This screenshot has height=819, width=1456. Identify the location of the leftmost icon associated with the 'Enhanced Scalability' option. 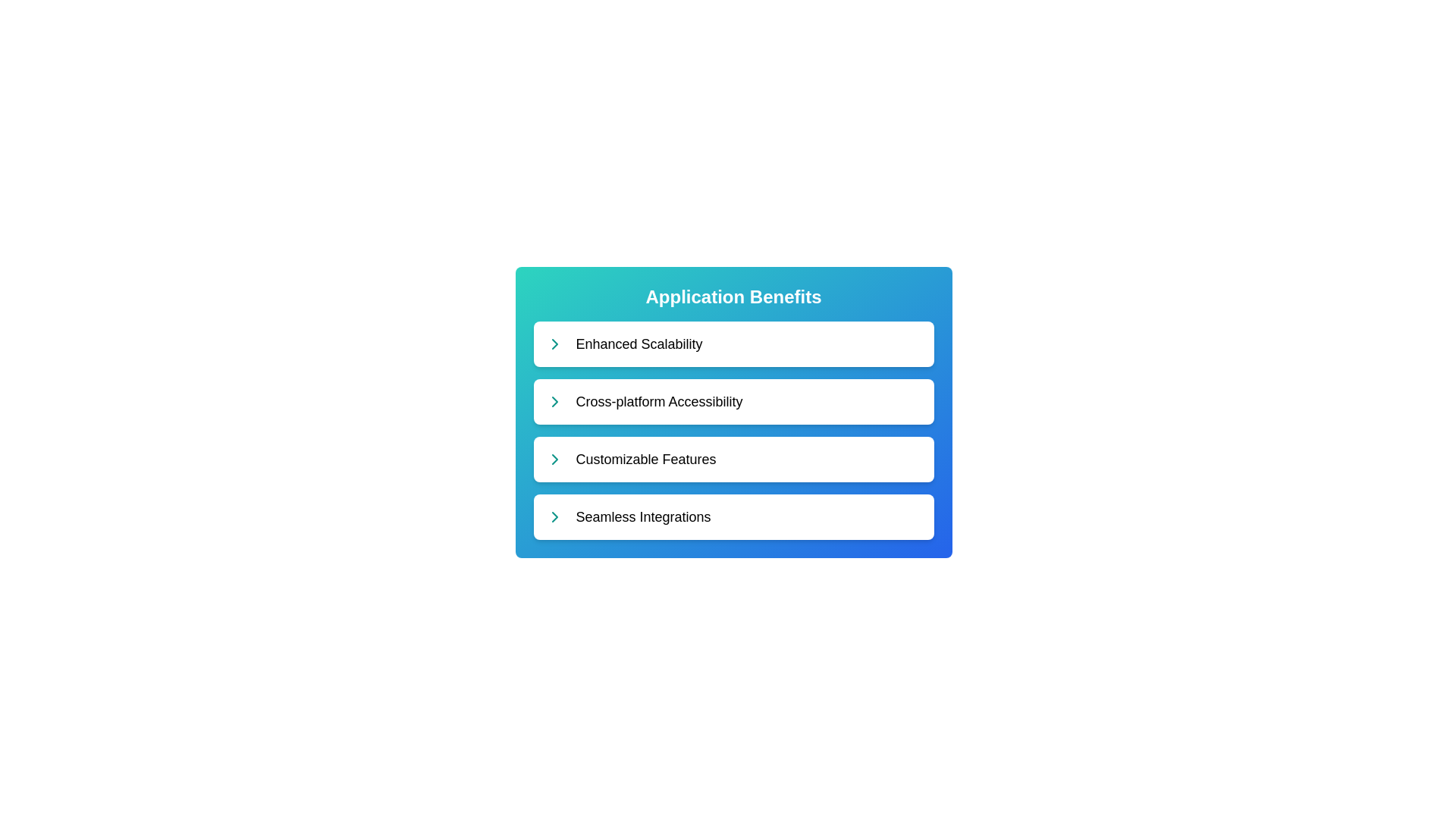
(554, 344).